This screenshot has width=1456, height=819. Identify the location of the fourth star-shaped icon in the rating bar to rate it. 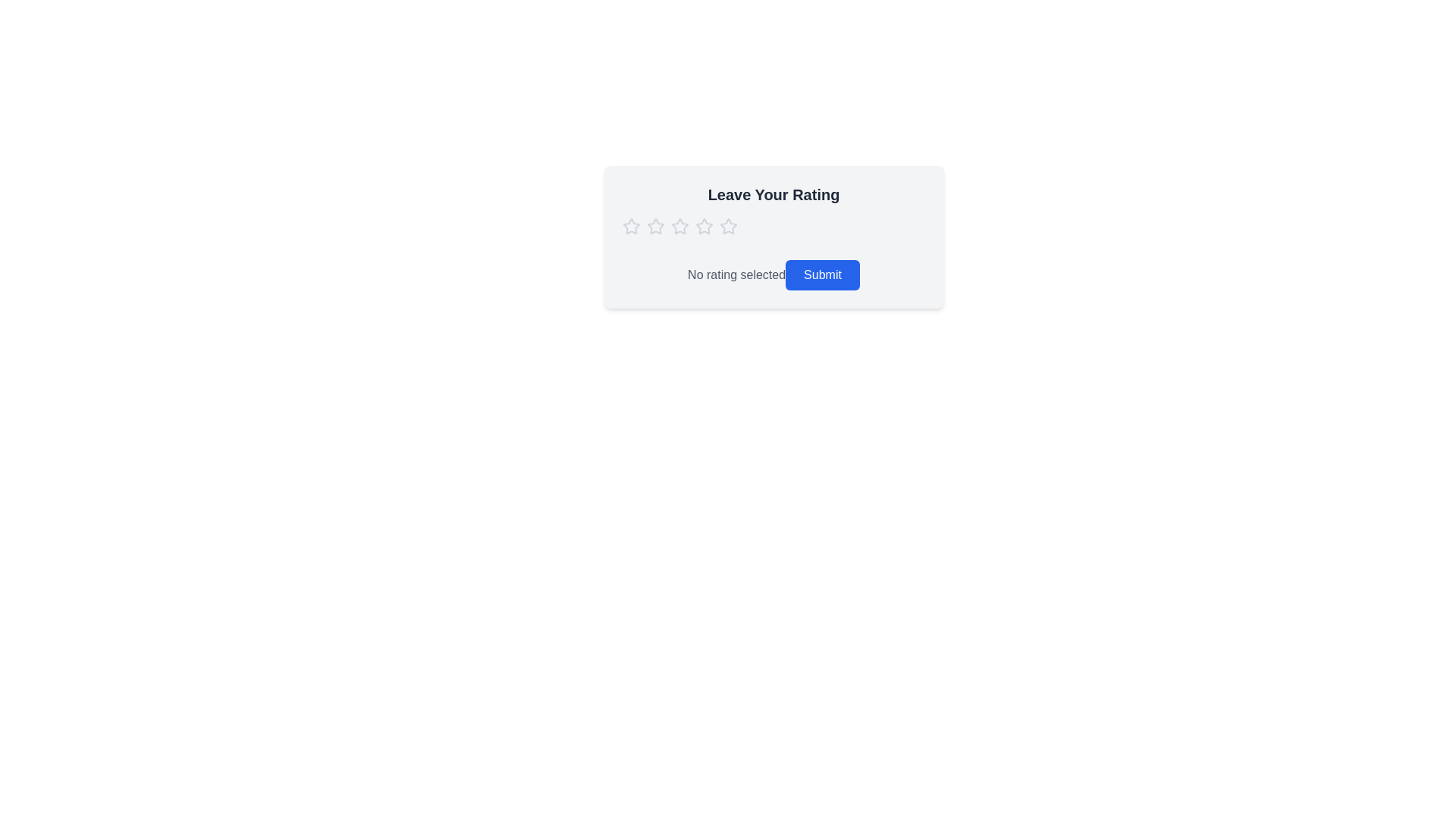
(728, 227).